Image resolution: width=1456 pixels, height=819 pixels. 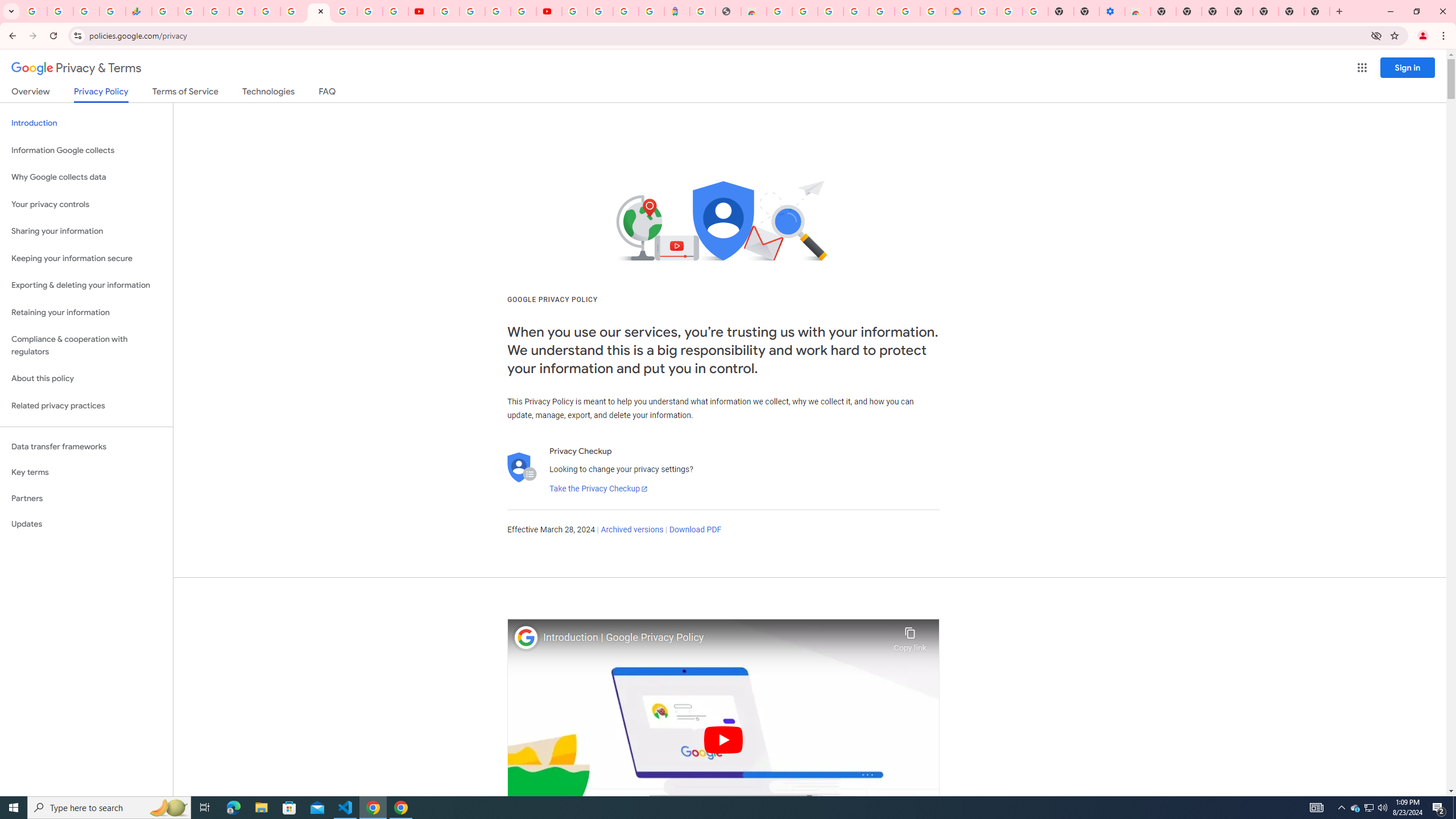 I want to click on 'Chrome Web Store - Household', so click(x=753, y=11).